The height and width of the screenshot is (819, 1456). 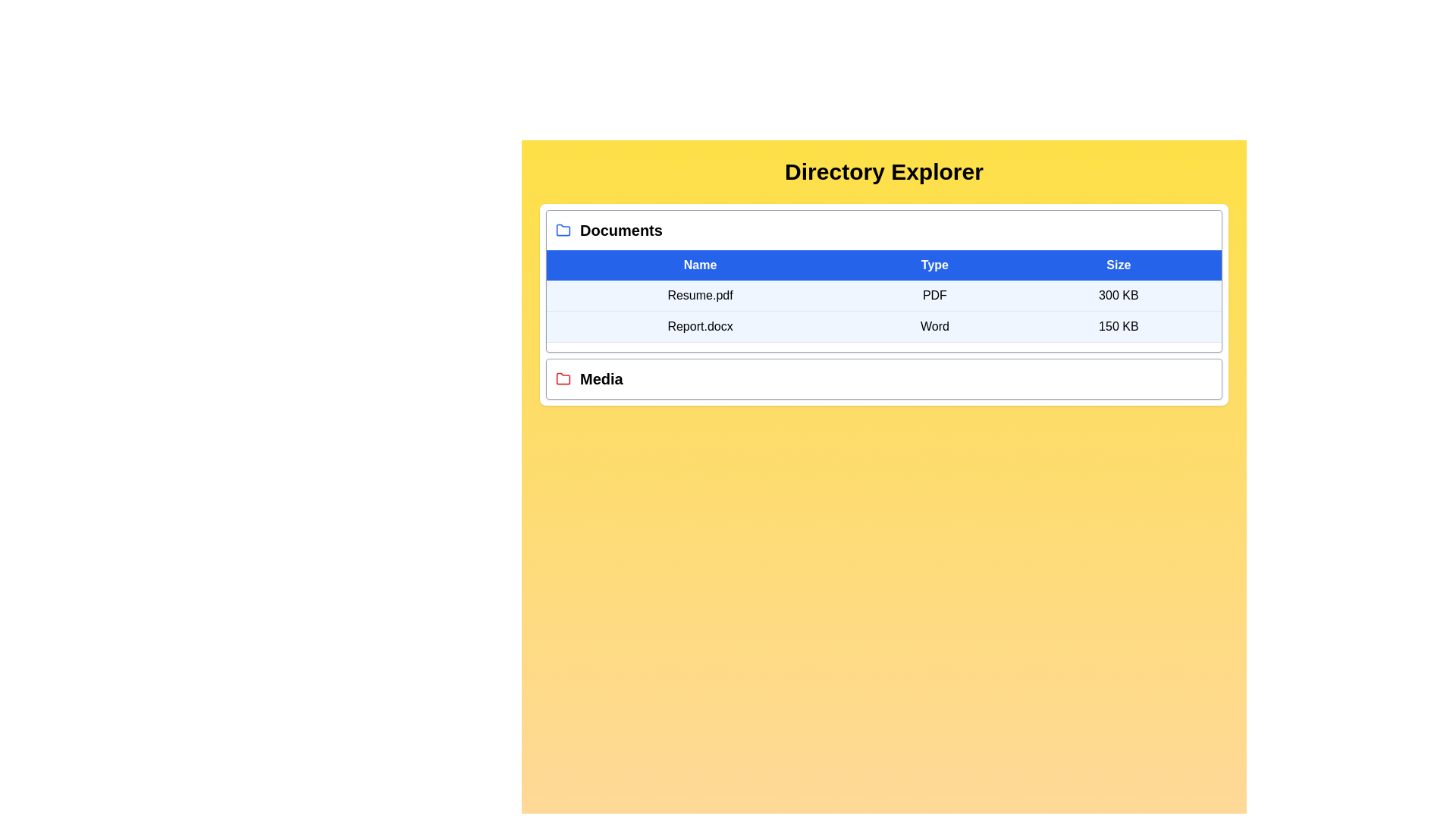 I want to click on the directory title Documents to expand or collapse its contents, so click(x=621, y=231).